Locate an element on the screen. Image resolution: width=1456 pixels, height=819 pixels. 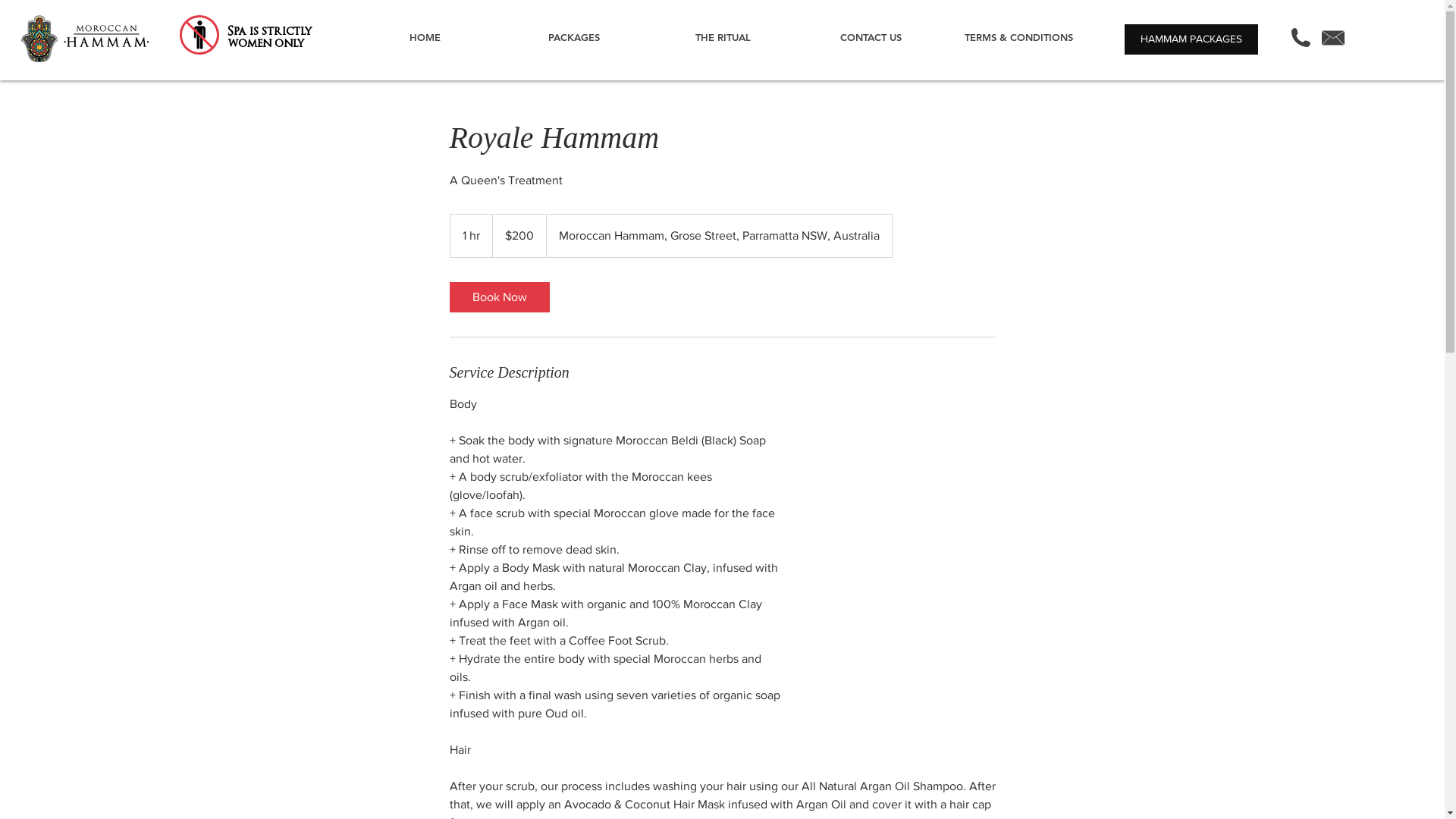
'Book Now' is located at coordinates (498, 297).